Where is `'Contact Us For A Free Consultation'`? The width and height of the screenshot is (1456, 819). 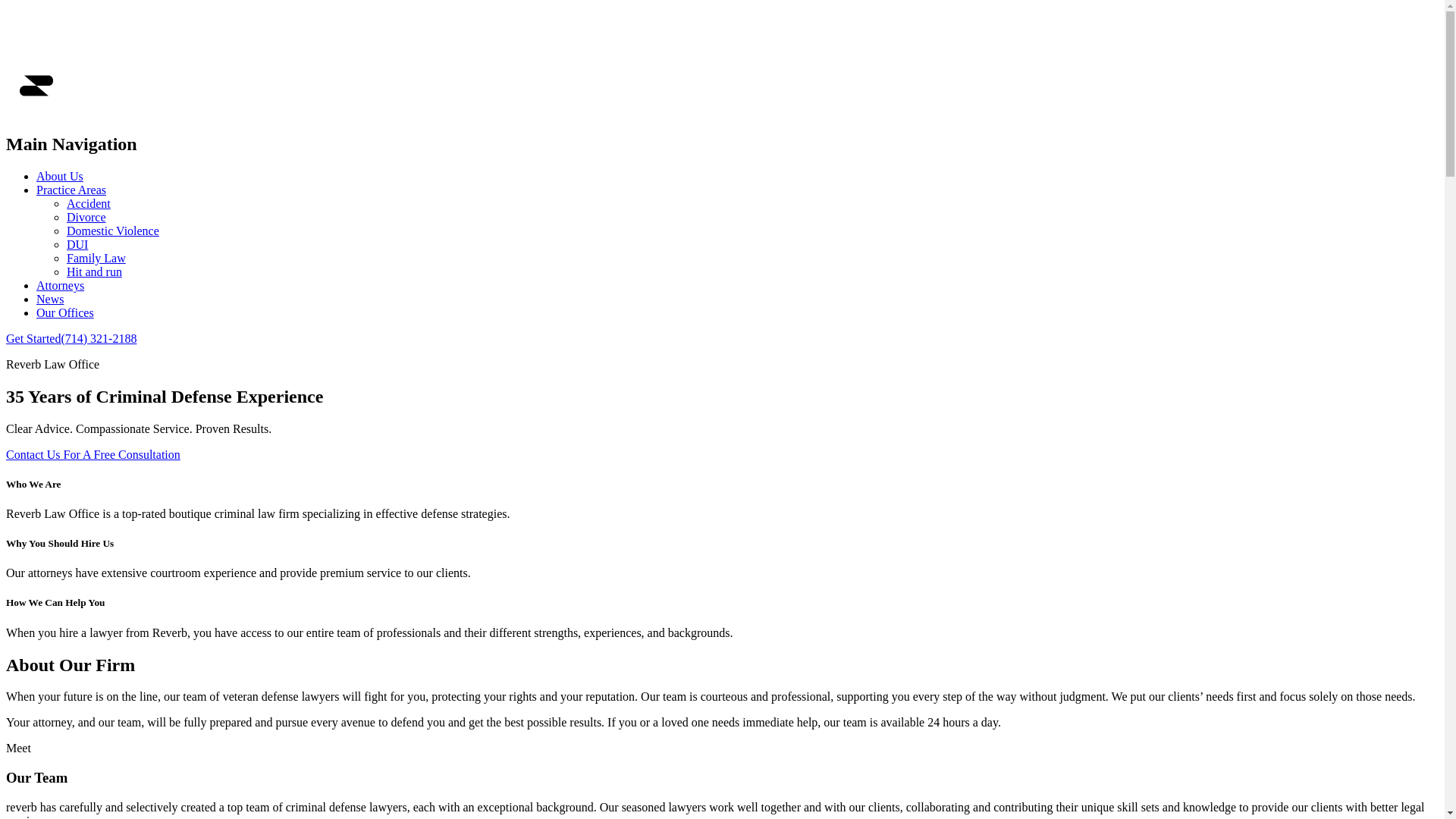 'Contact Us For A Free Consultation' is located at coordinates (93, 453).